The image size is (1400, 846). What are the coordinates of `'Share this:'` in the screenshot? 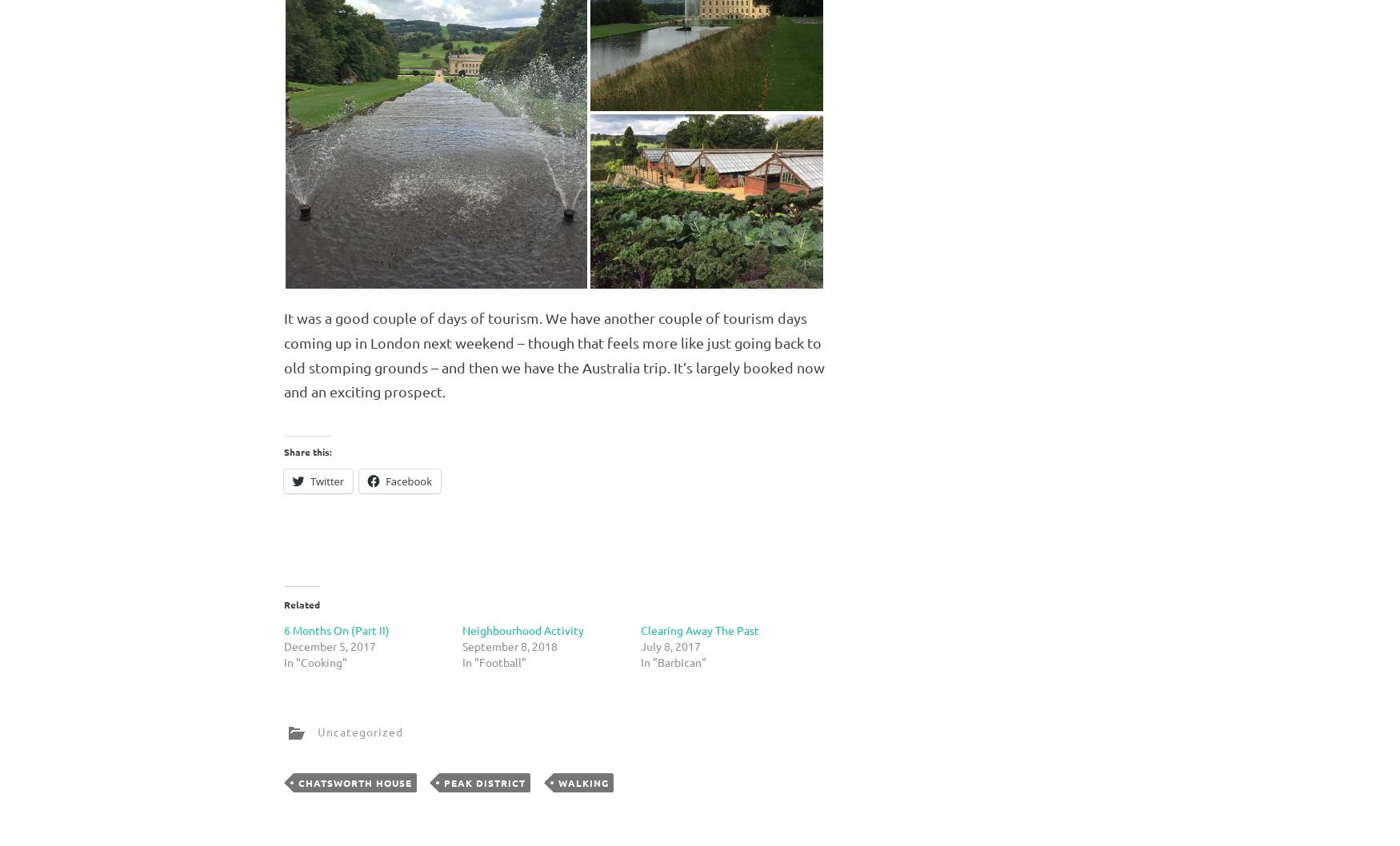 It's located at (307, 451).